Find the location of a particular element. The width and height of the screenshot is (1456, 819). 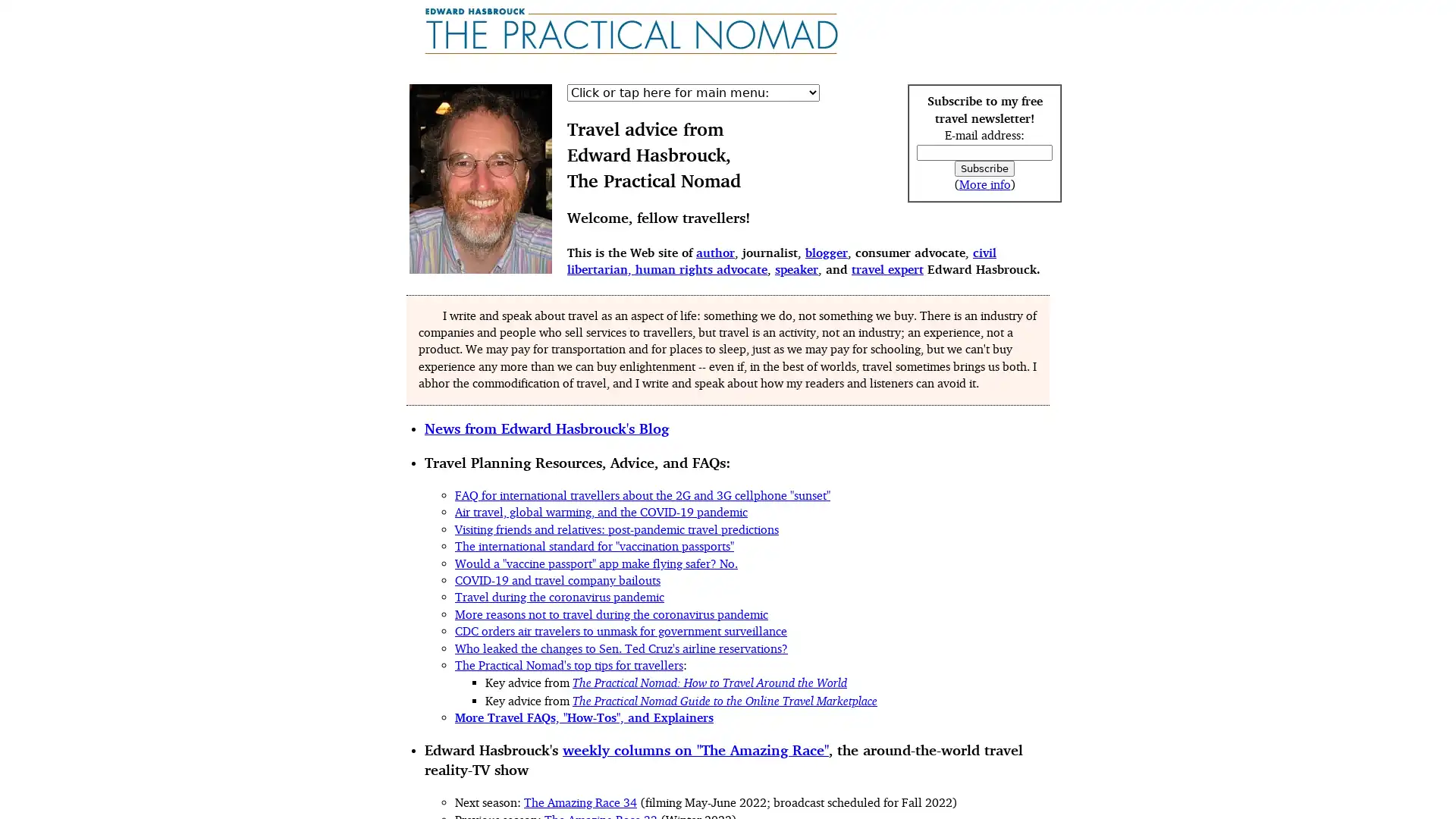

Subscribe is located at coordinates (984, 168).